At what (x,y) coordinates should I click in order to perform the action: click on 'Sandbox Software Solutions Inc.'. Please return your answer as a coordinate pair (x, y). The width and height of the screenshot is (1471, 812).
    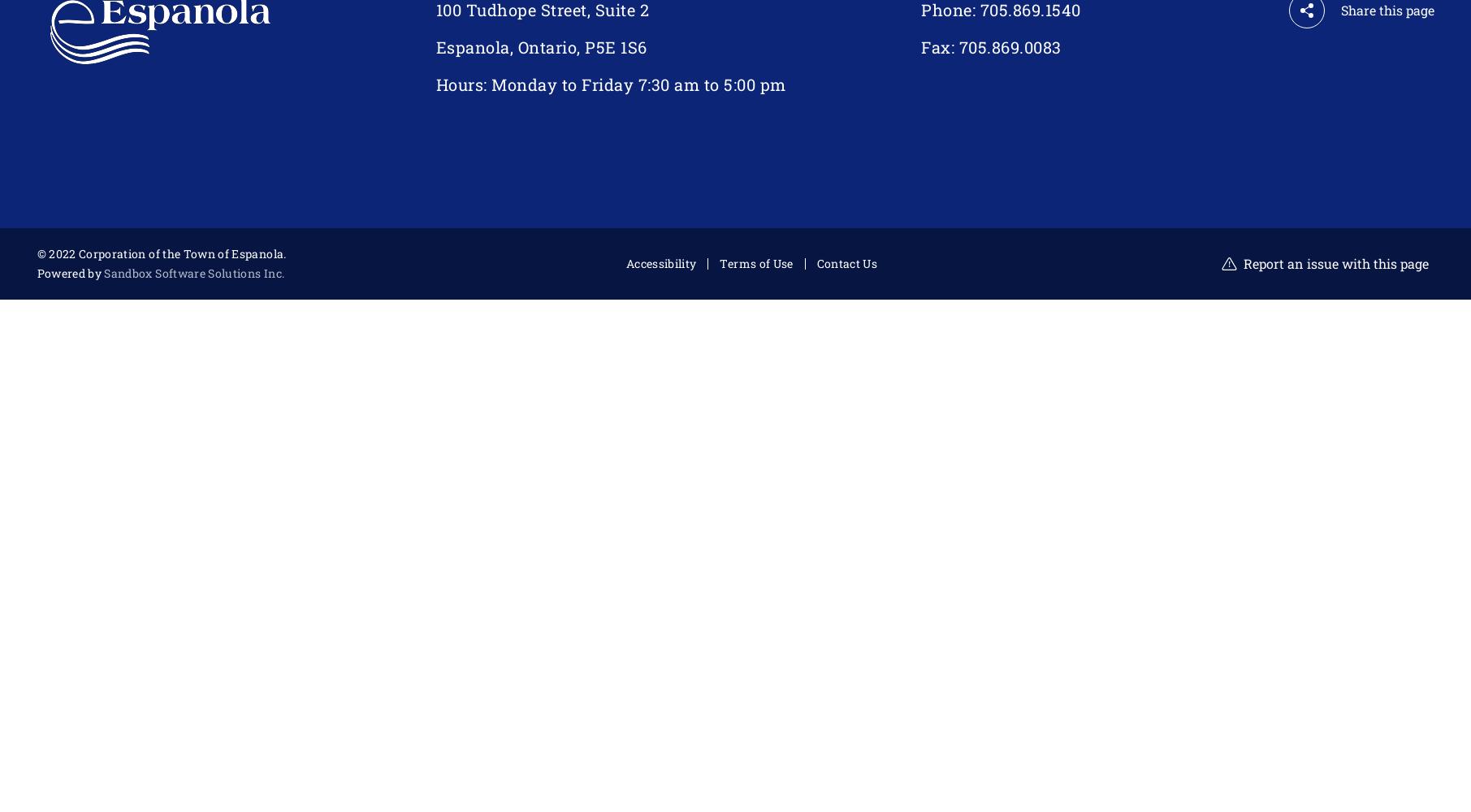
    Looking at the image, I should click on (194, 272).